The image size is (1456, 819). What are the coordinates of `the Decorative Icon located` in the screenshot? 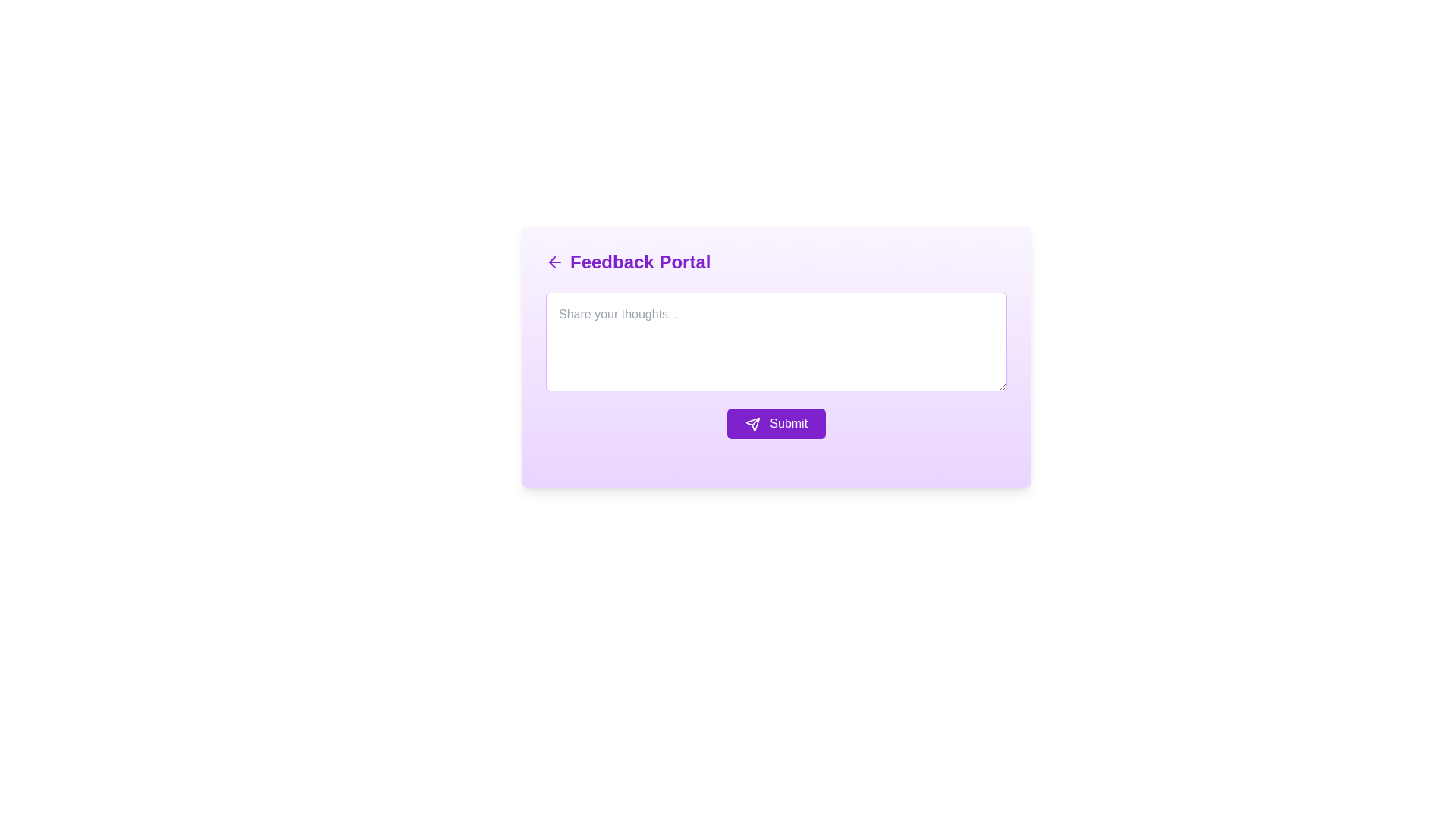 It's located at (752, 424).